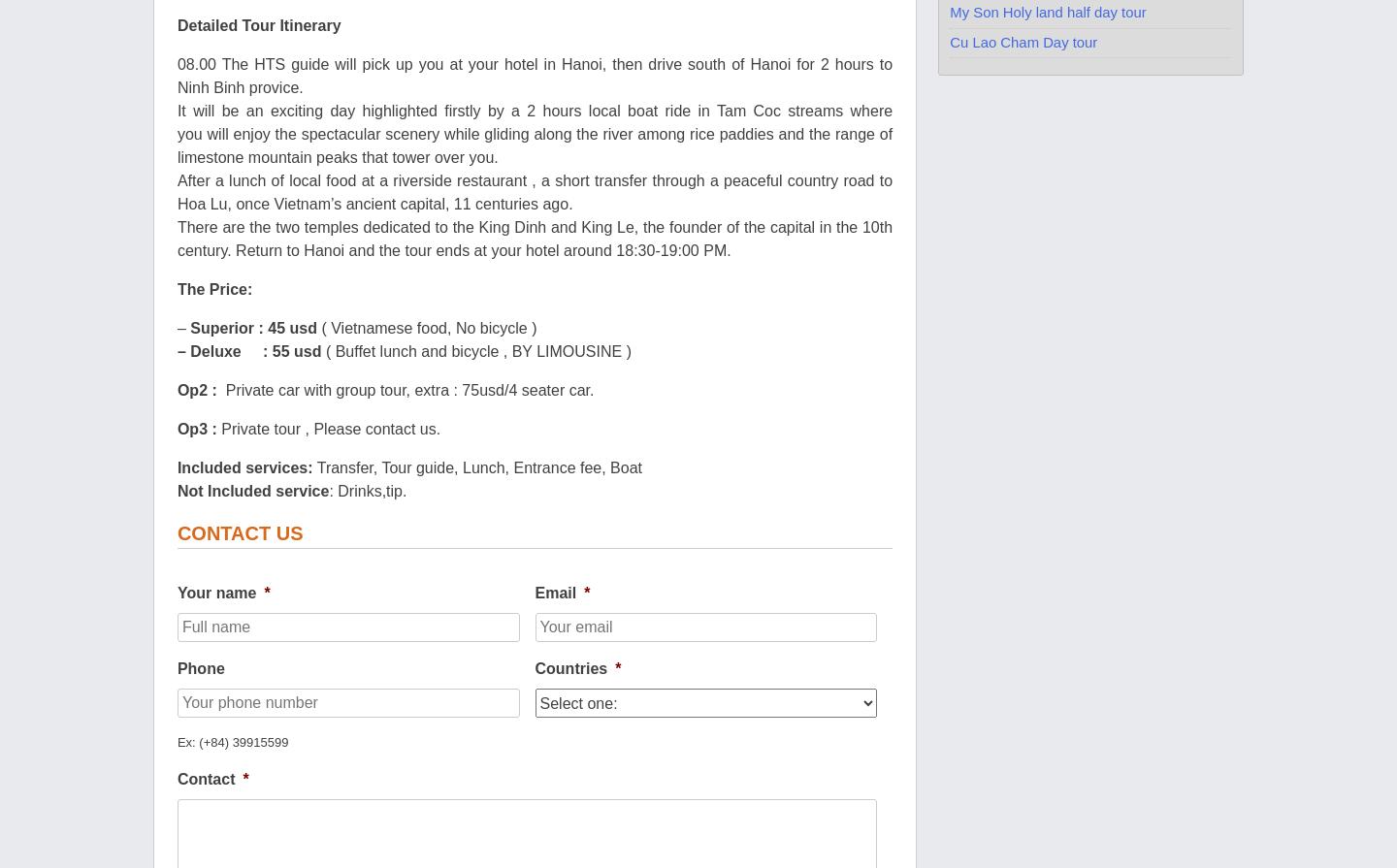 The width and height of the screenshot is (1397, 868). I want to click on 'Transfer, Tour guide, Lunch, Entrance fee, Boat', so click(476, 466).